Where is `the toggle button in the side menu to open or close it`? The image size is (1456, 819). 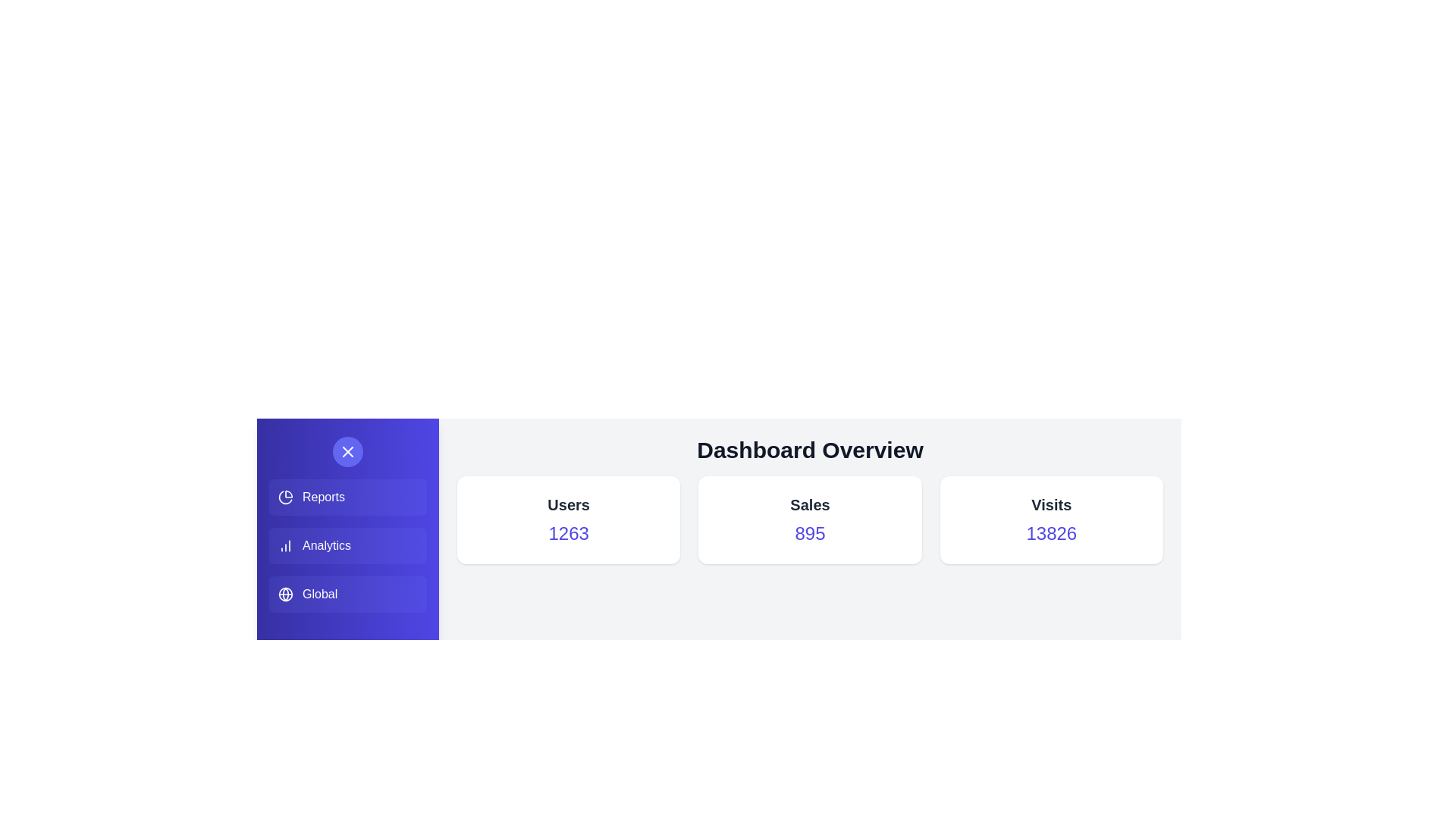 the toggle button in the side menu to open or close it is located at coordinates (347, 451).